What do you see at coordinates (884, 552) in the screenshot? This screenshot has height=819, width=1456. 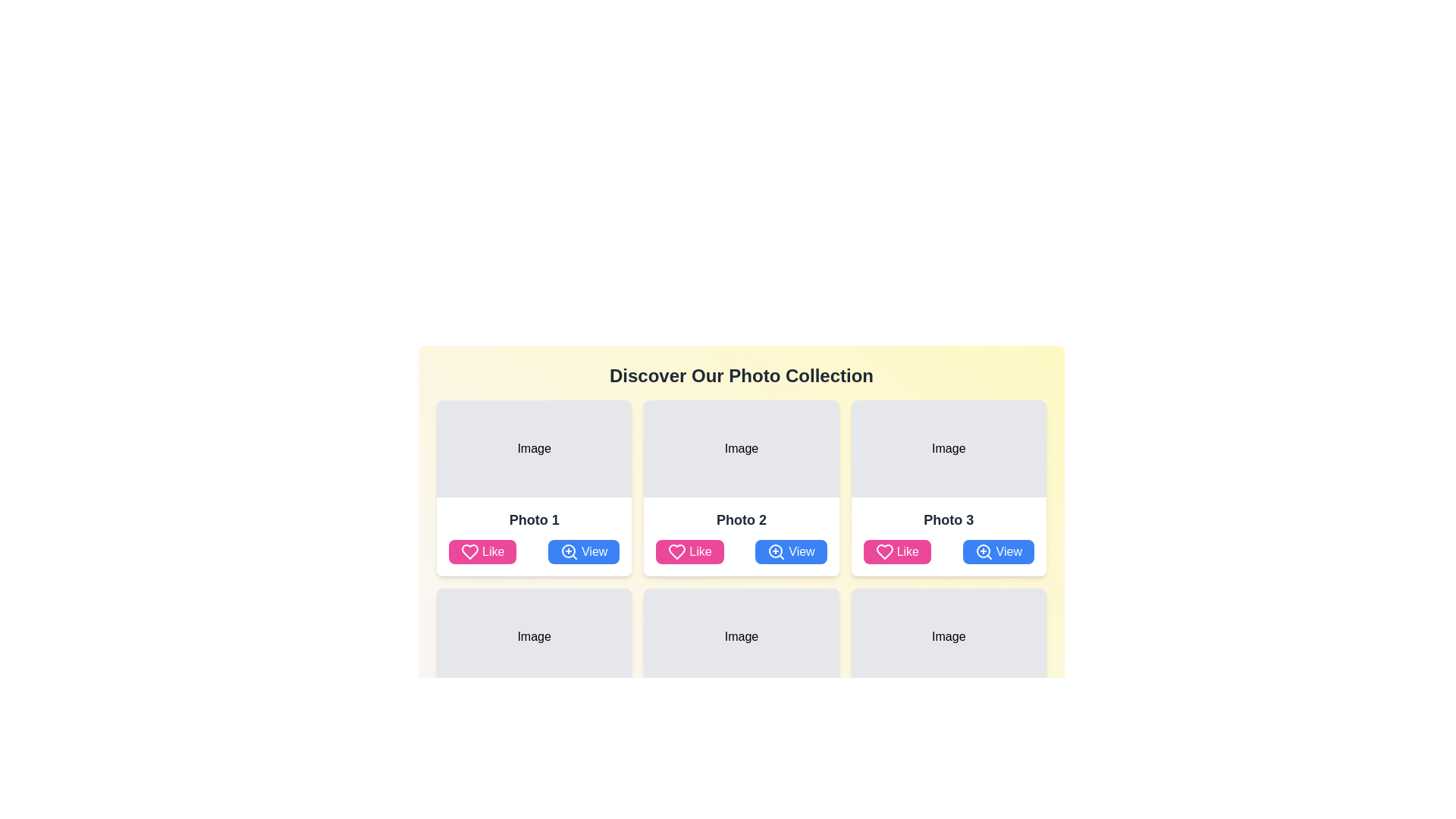 I see `the heart-shaped icon representing the 'Like' option, which is styled in pink and located next to the text 'Like' under the image card labeled 'Photo 3'` at bounding box center [884, 552].